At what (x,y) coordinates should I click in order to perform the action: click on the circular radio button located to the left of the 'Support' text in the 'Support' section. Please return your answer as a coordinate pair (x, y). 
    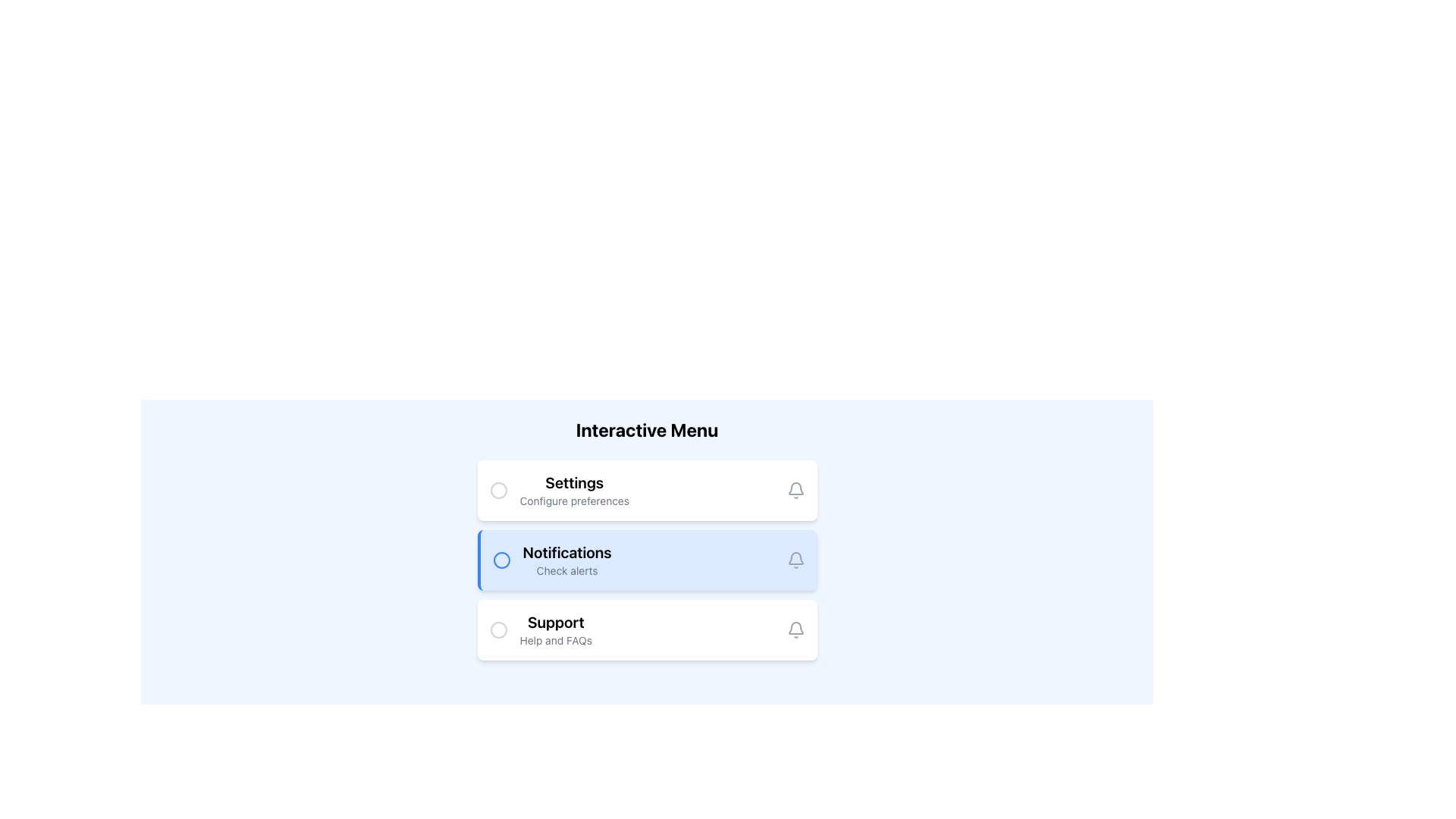
    Looking at the image, I should click on (498, 629).